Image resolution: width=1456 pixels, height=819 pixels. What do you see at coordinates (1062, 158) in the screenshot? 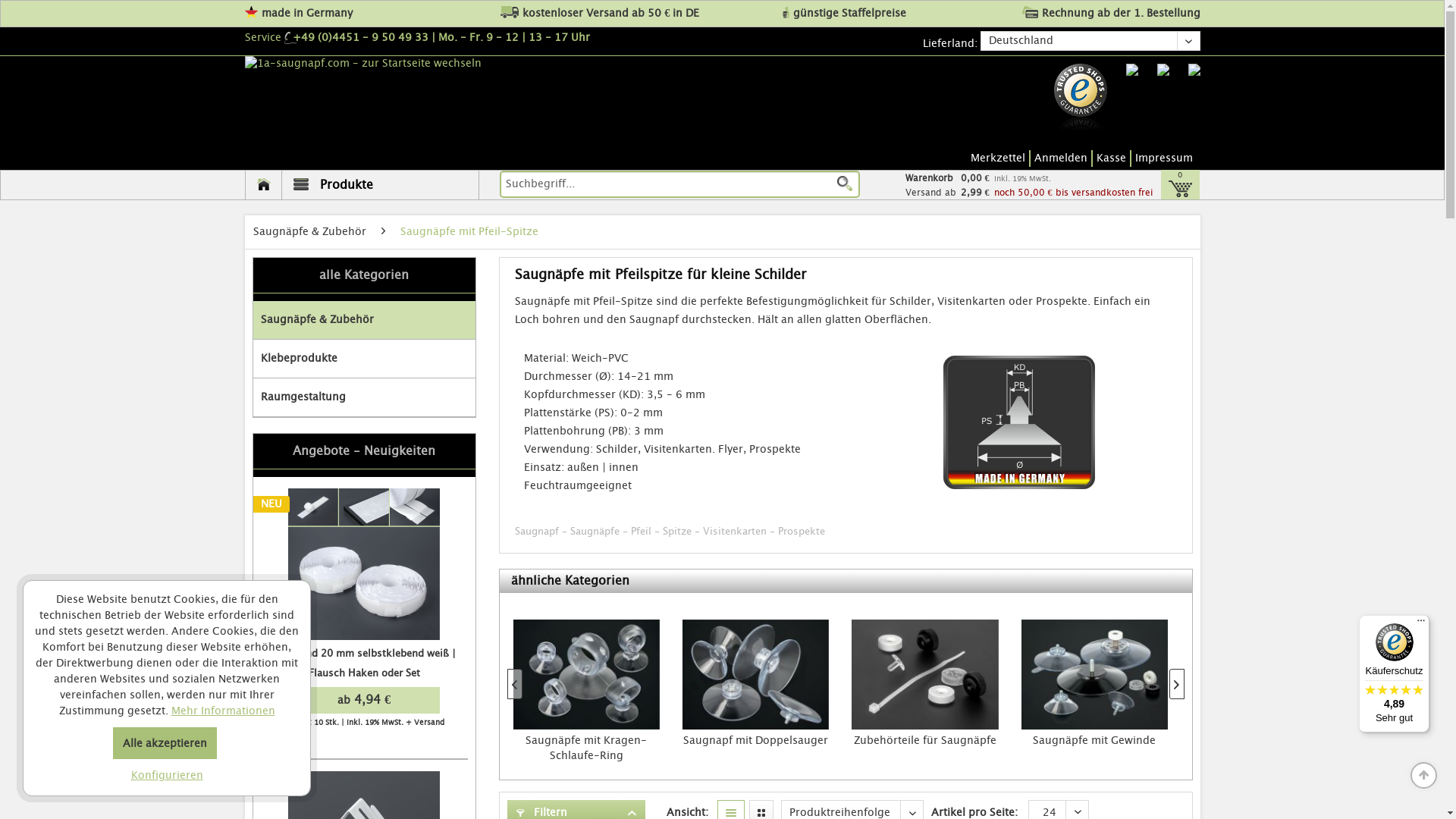
I see `'Anmelden'` at bounding box center [1062, 158].